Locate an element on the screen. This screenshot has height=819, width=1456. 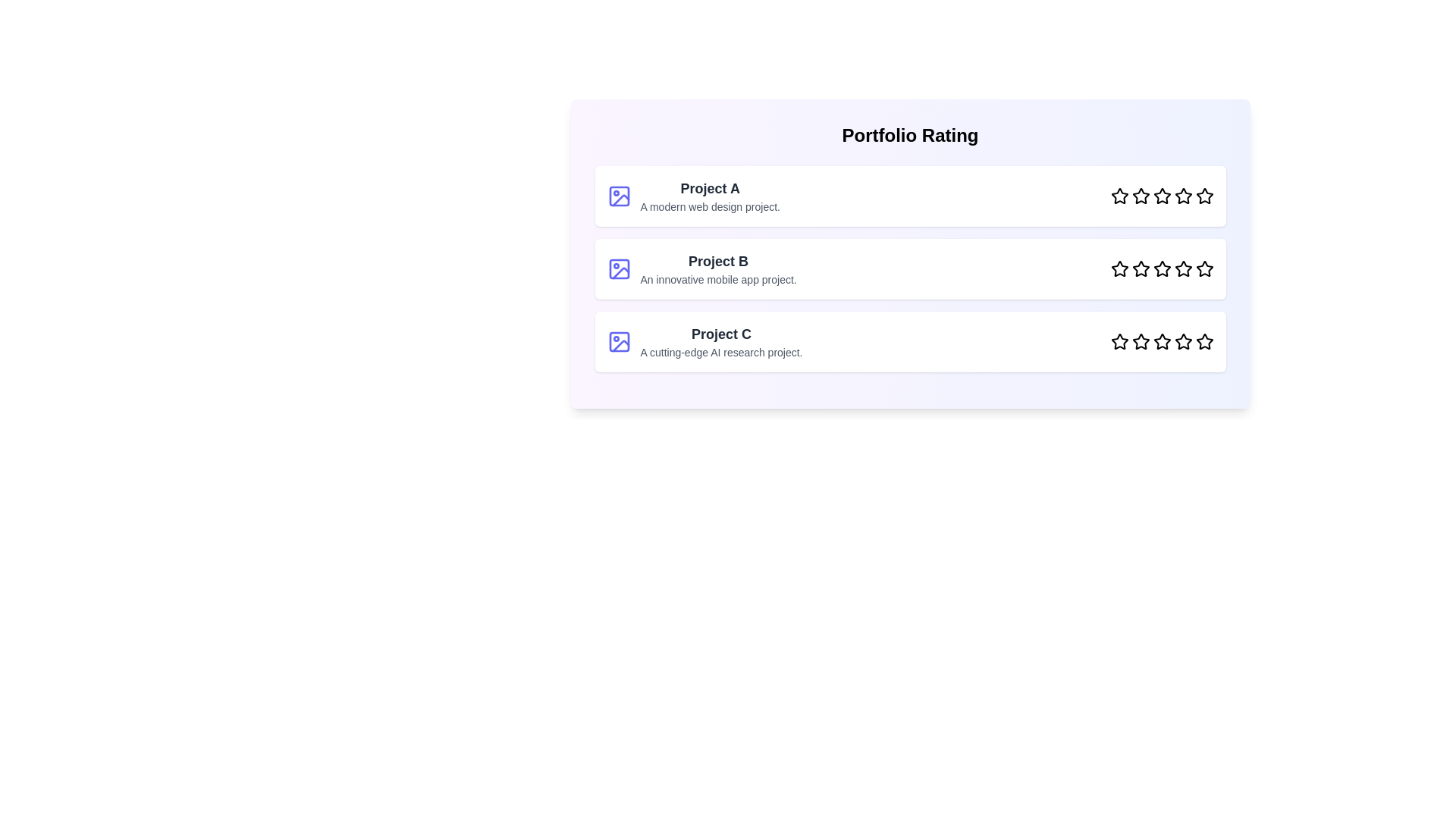
the title of Project A to view its details is located at coordinates (709, 188).